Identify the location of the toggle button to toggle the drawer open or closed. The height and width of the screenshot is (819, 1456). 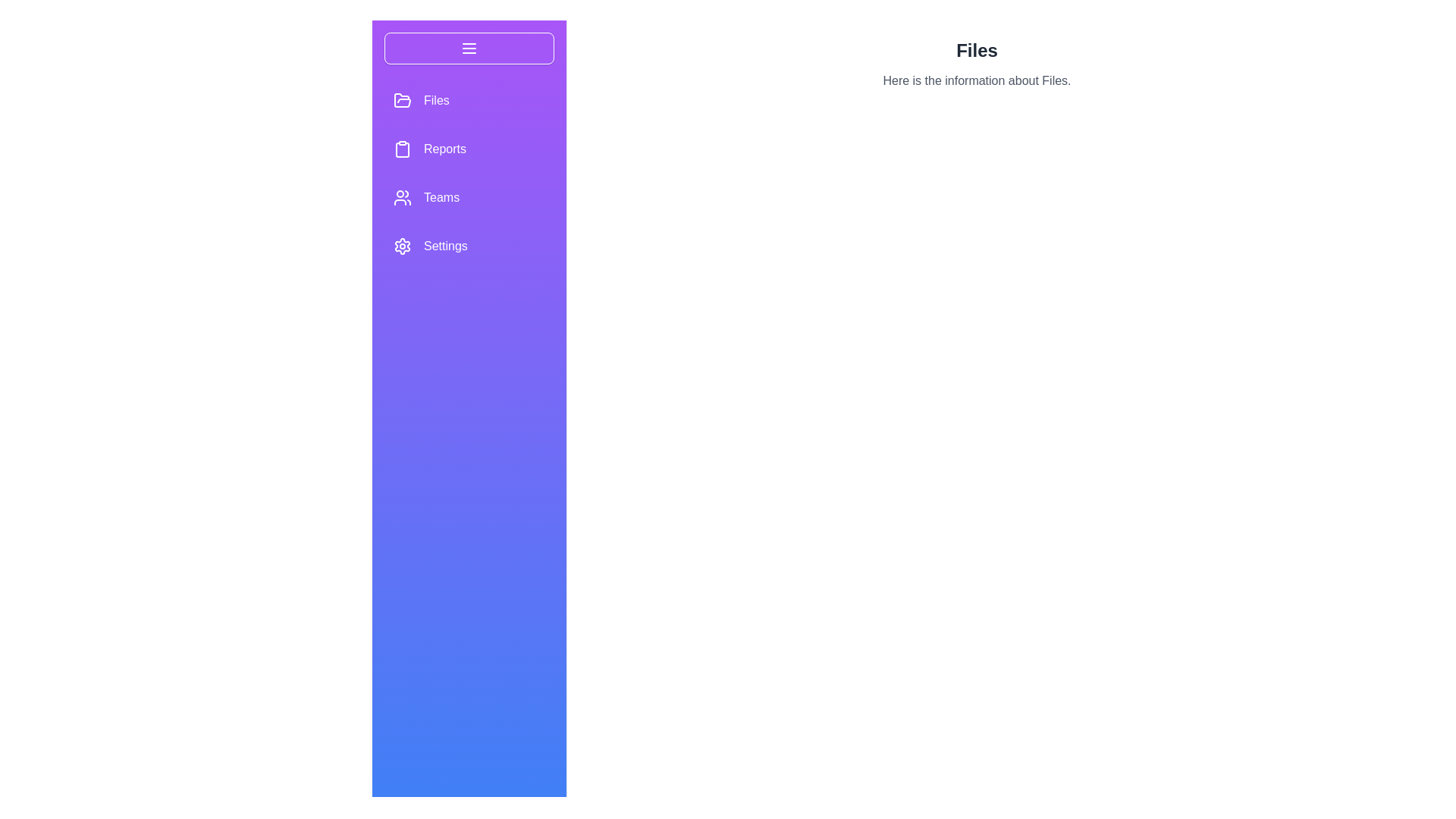
(469, 48).